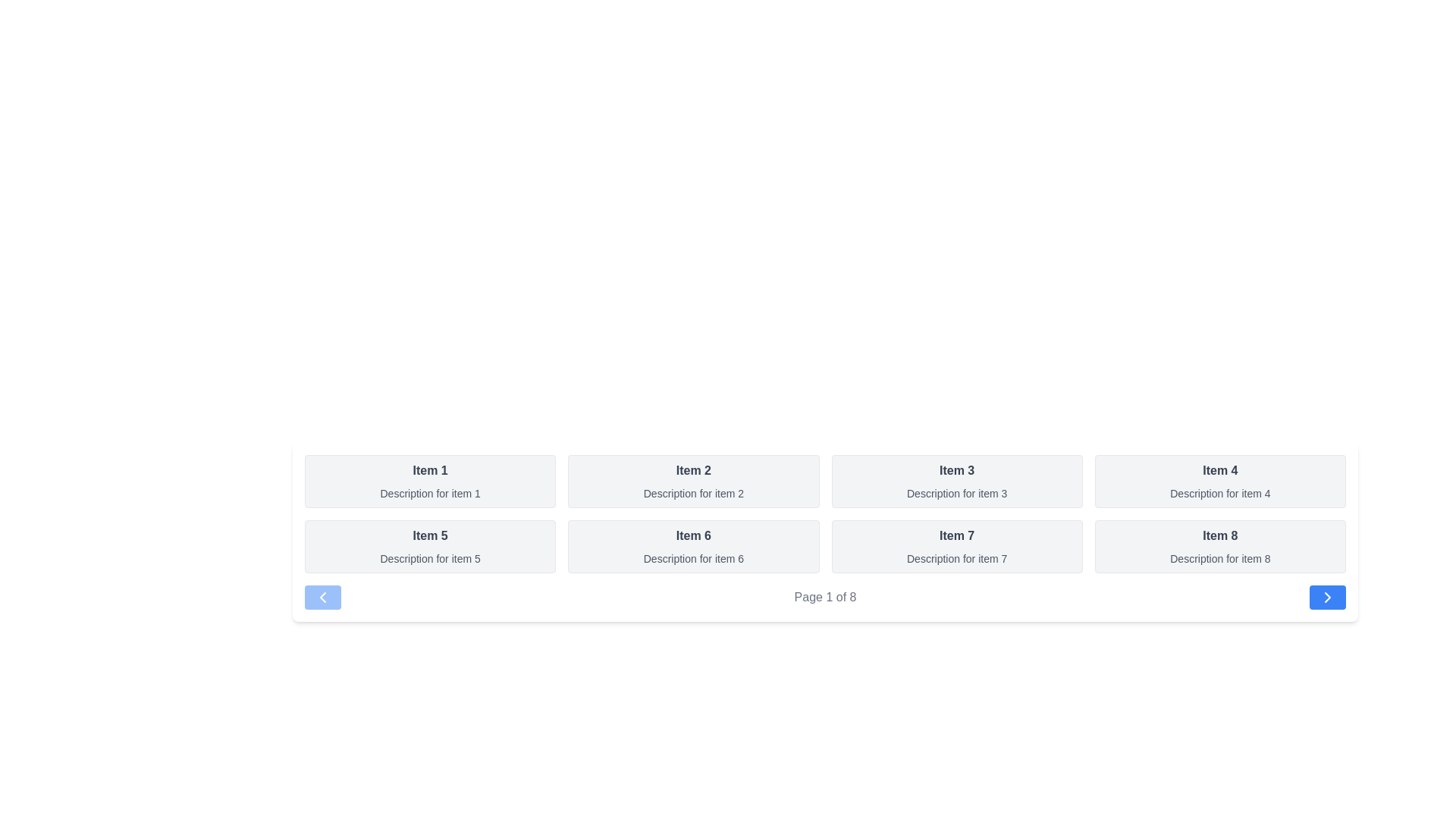 The width and height of the screenshot is (1456, 819). What do you see at coordinates (1220, 470) in the screenshot?
I see `the text label reading 'Item 4' which is located in the top-right portion of the grid layout, above the description text for item 4` at bounding box center [1220, 470].